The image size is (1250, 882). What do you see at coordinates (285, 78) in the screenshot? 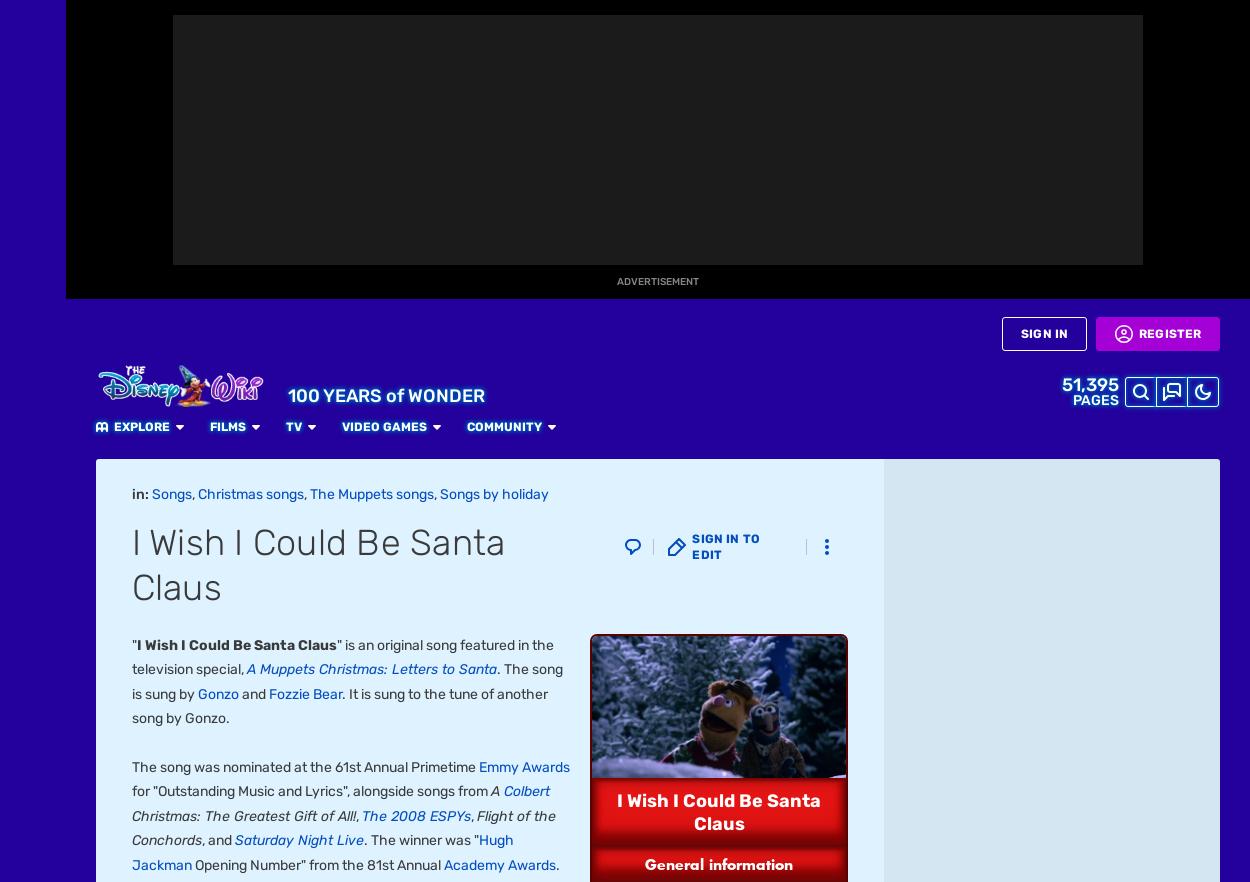
I see `'We know that love is the message of the season,'` at bounding box center [285, 78].